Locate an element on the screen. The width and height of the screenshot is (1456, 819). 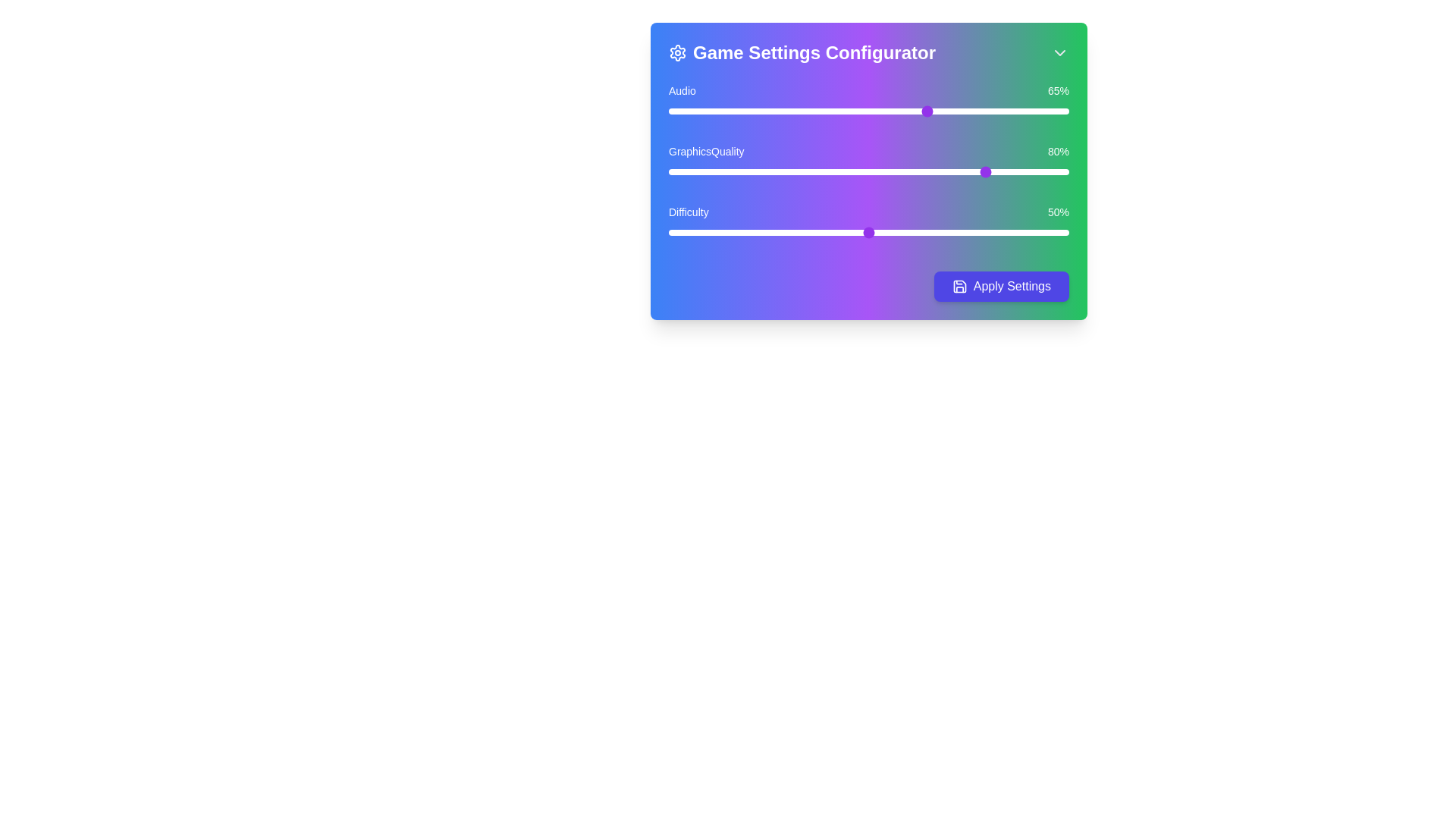
the difficulty slider is located at coordinates (948, 233).